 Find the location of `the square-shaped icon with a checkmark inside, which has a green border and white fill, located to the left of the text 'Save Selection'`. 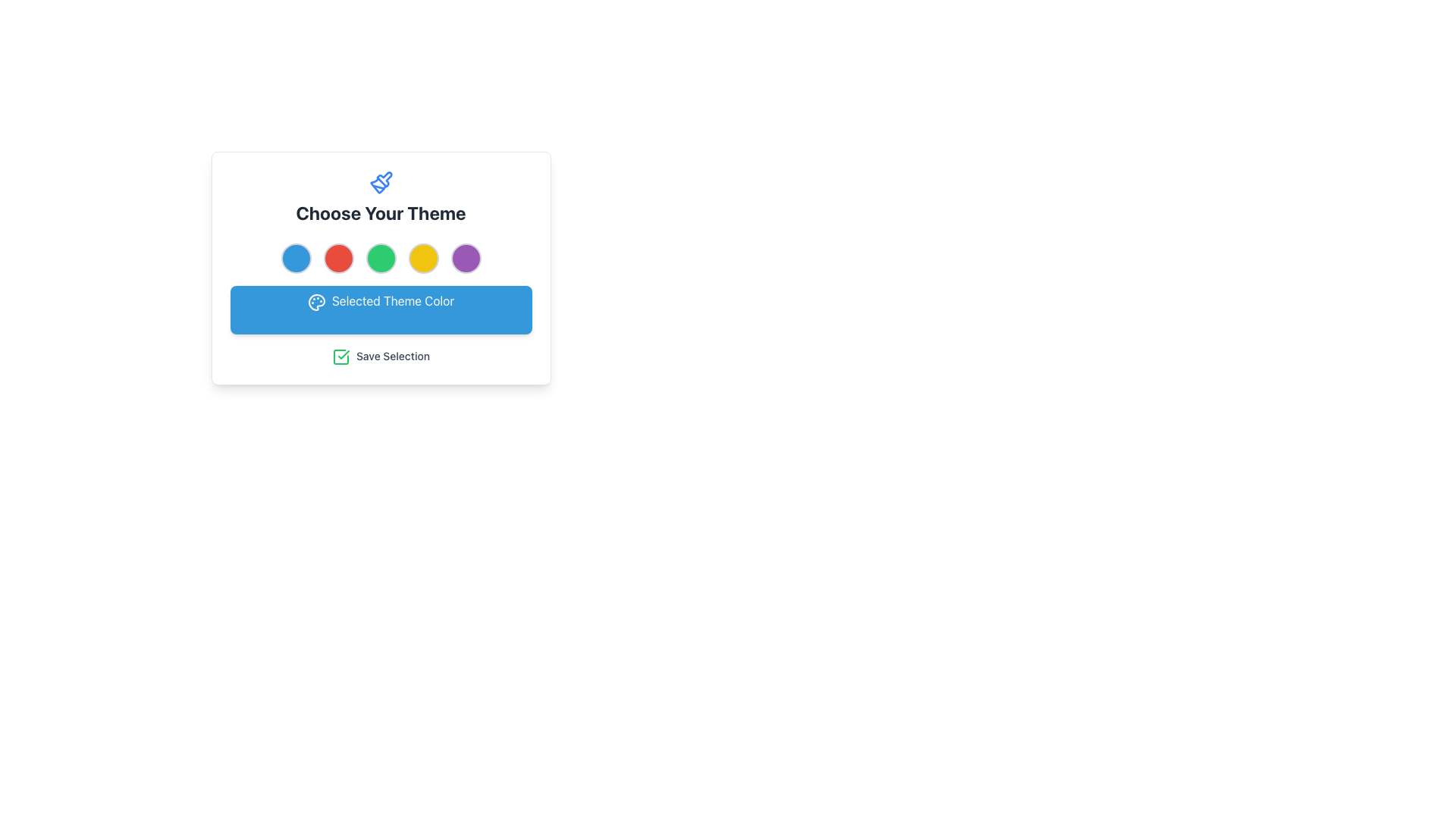

the square-shaped icon with a checkmark inside, which has a green border and white fill, located to the left of the text 'Save Selection' is located at coordinates (340, 356).